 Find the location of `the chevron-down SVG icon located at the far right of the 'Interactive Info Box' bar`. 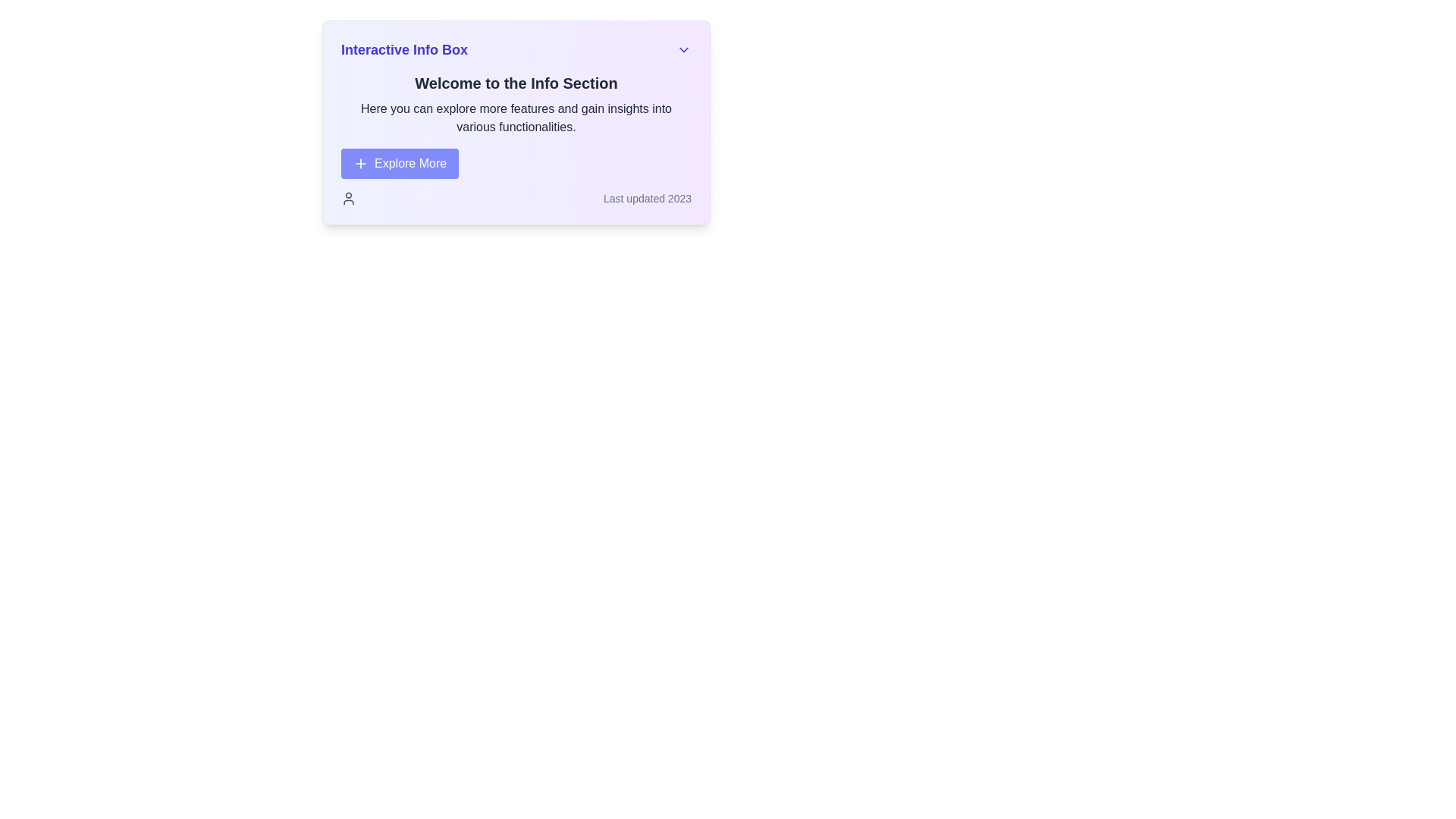

the chevron-down SVG icon located at the far right of the 'Interactive Info Box' bar is located at coordinates (683, 49).